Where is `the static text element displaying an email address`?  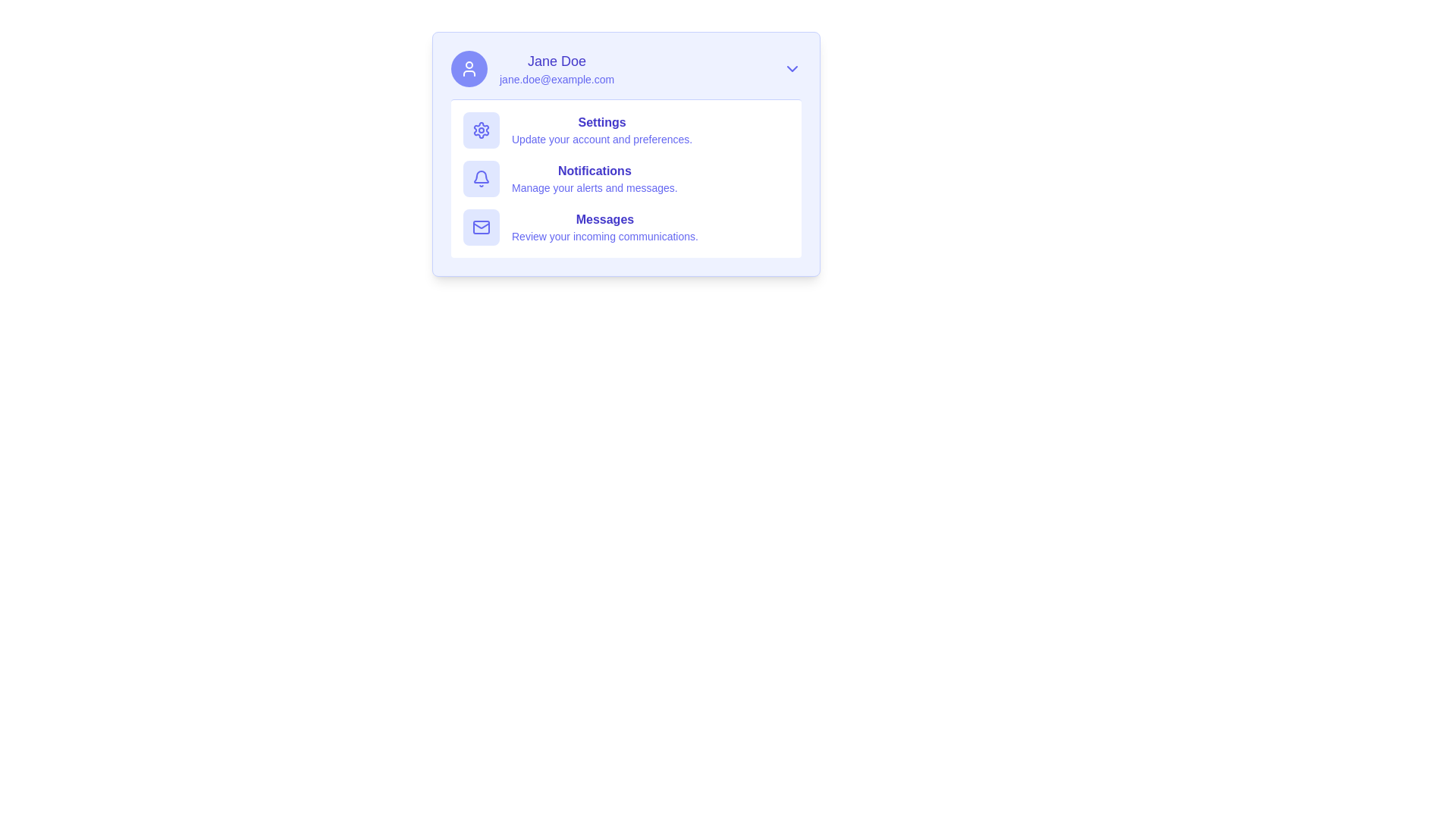
the static text element displaying an email address is located at coordinates (556, 79).